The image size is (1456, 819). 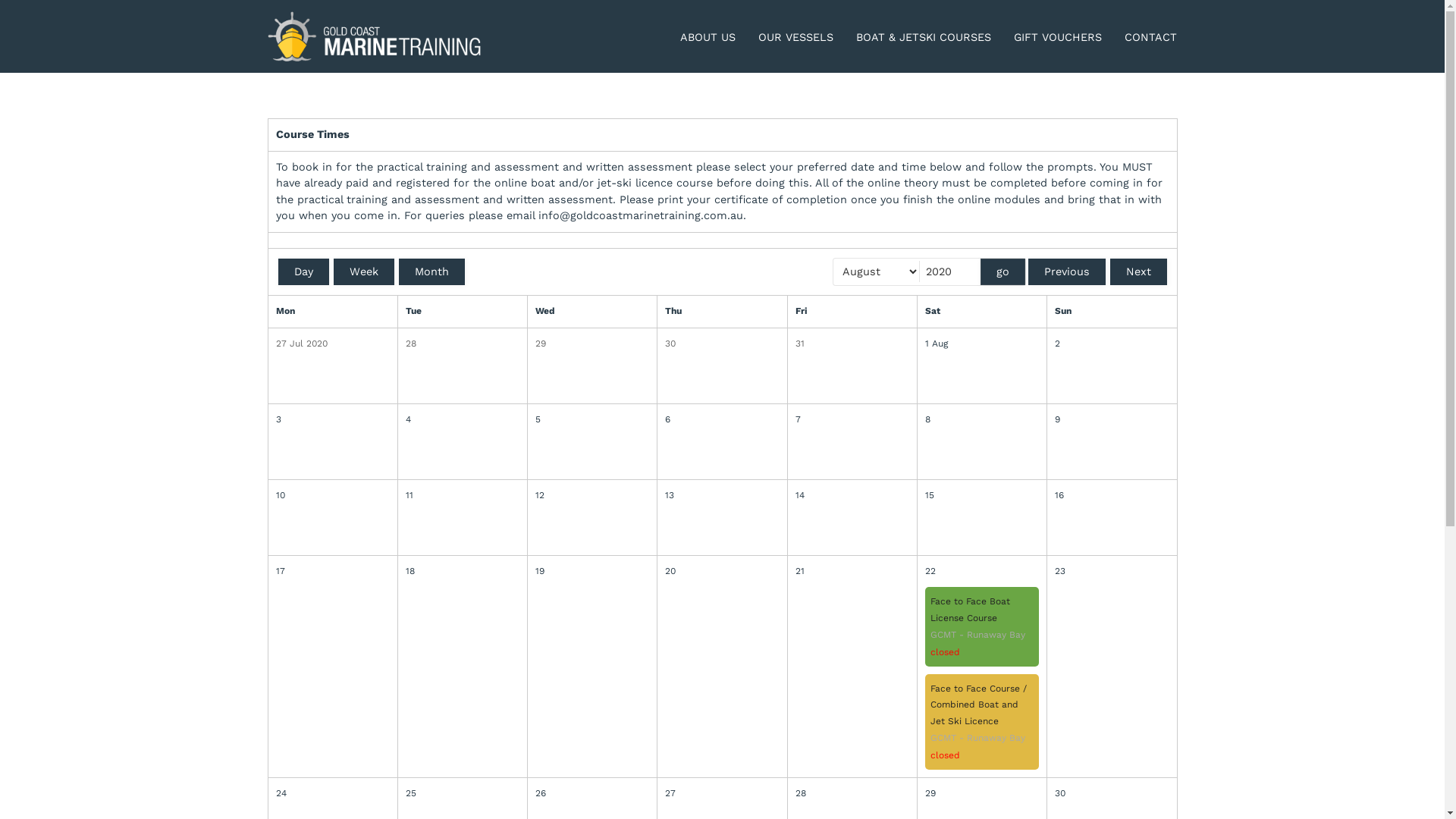 I want to click on '25', so click(x=461, y=792).